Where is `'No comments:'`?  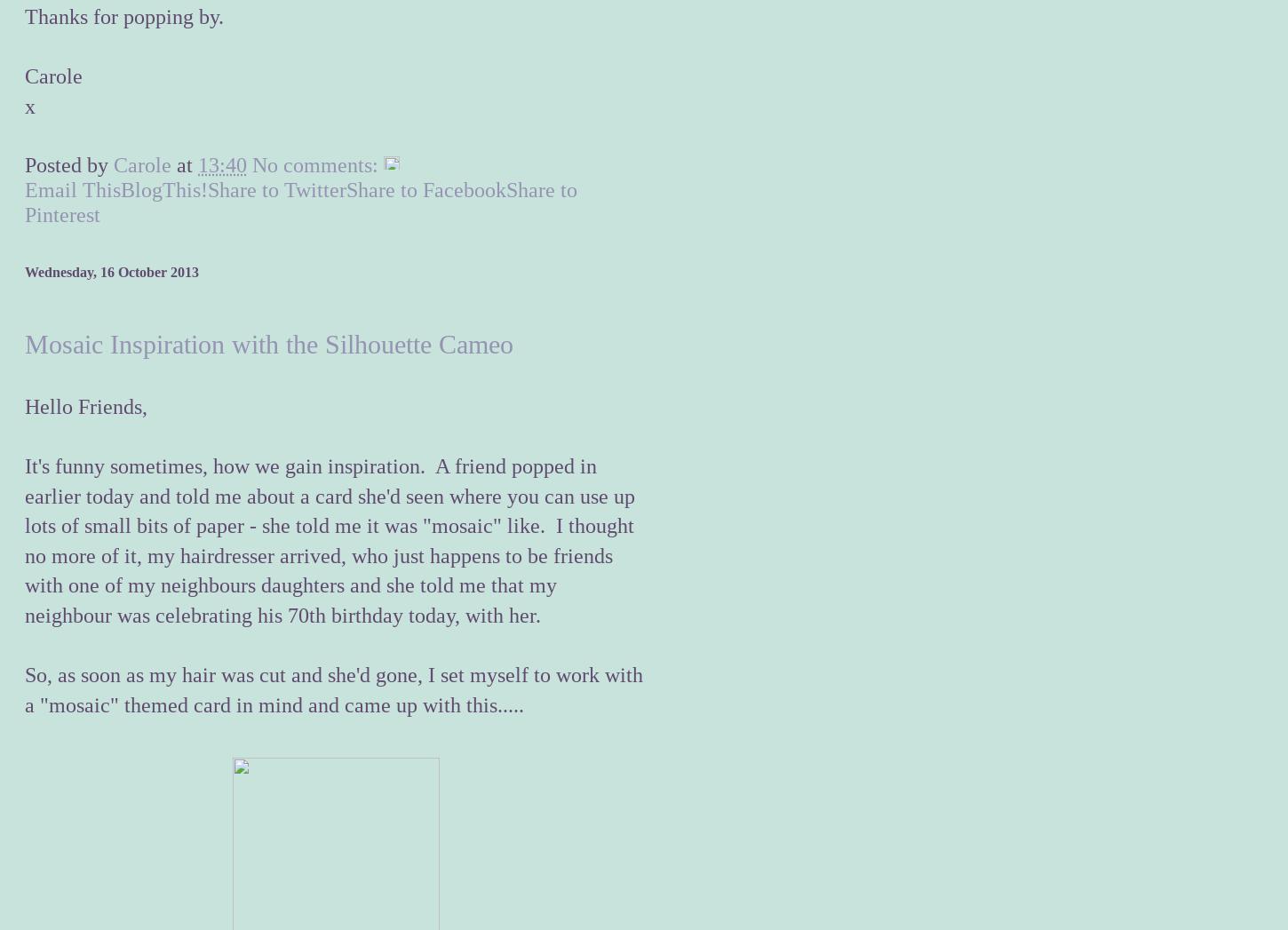
'No comments:' is located at coordinates (318, 165).